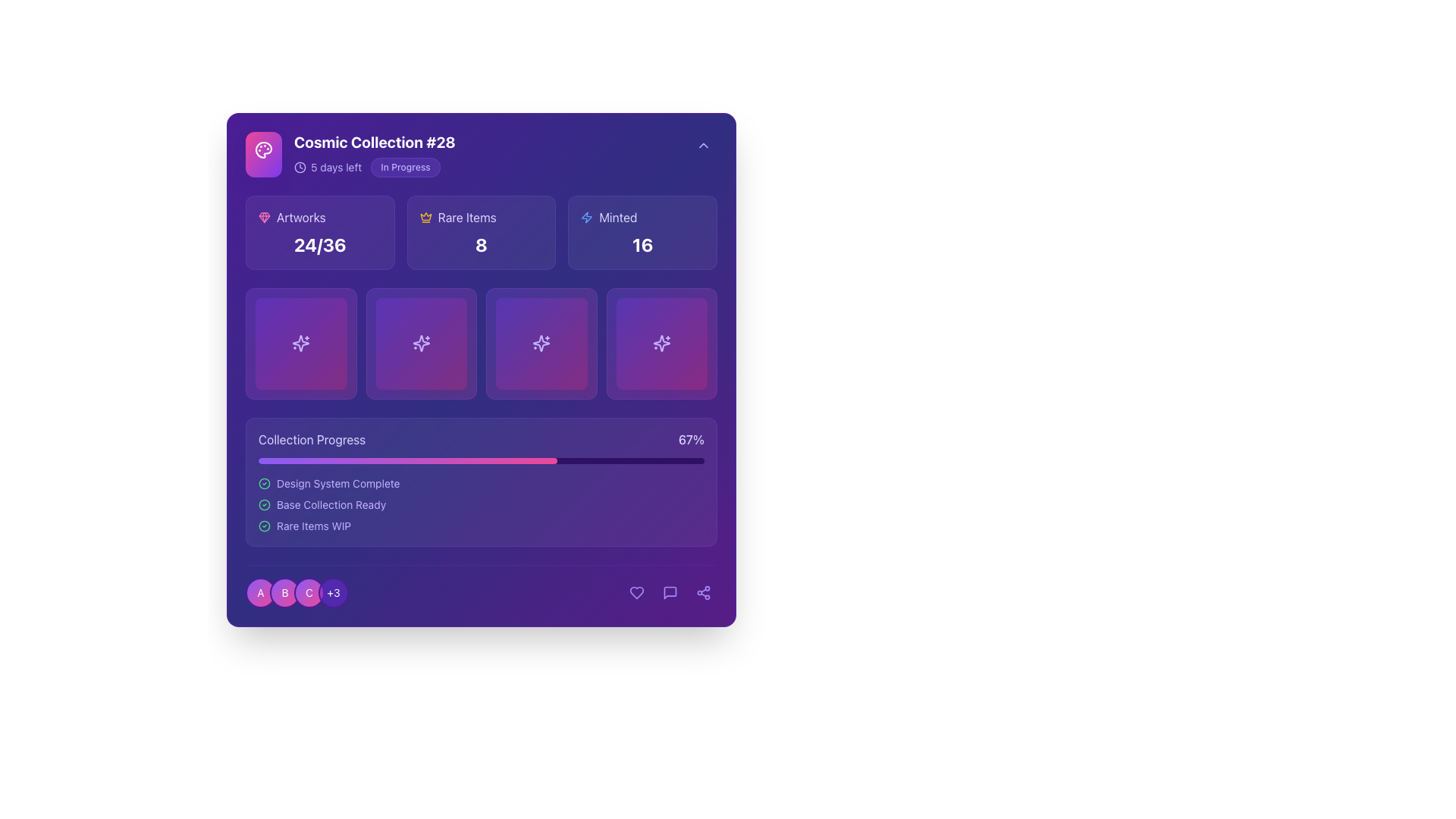  What do you see at coordinates (265, 217) in the screenshot?
I see `the pink gem-shaped icon located to the left of the 'Artworks' label` at bounding box center [265, 217].